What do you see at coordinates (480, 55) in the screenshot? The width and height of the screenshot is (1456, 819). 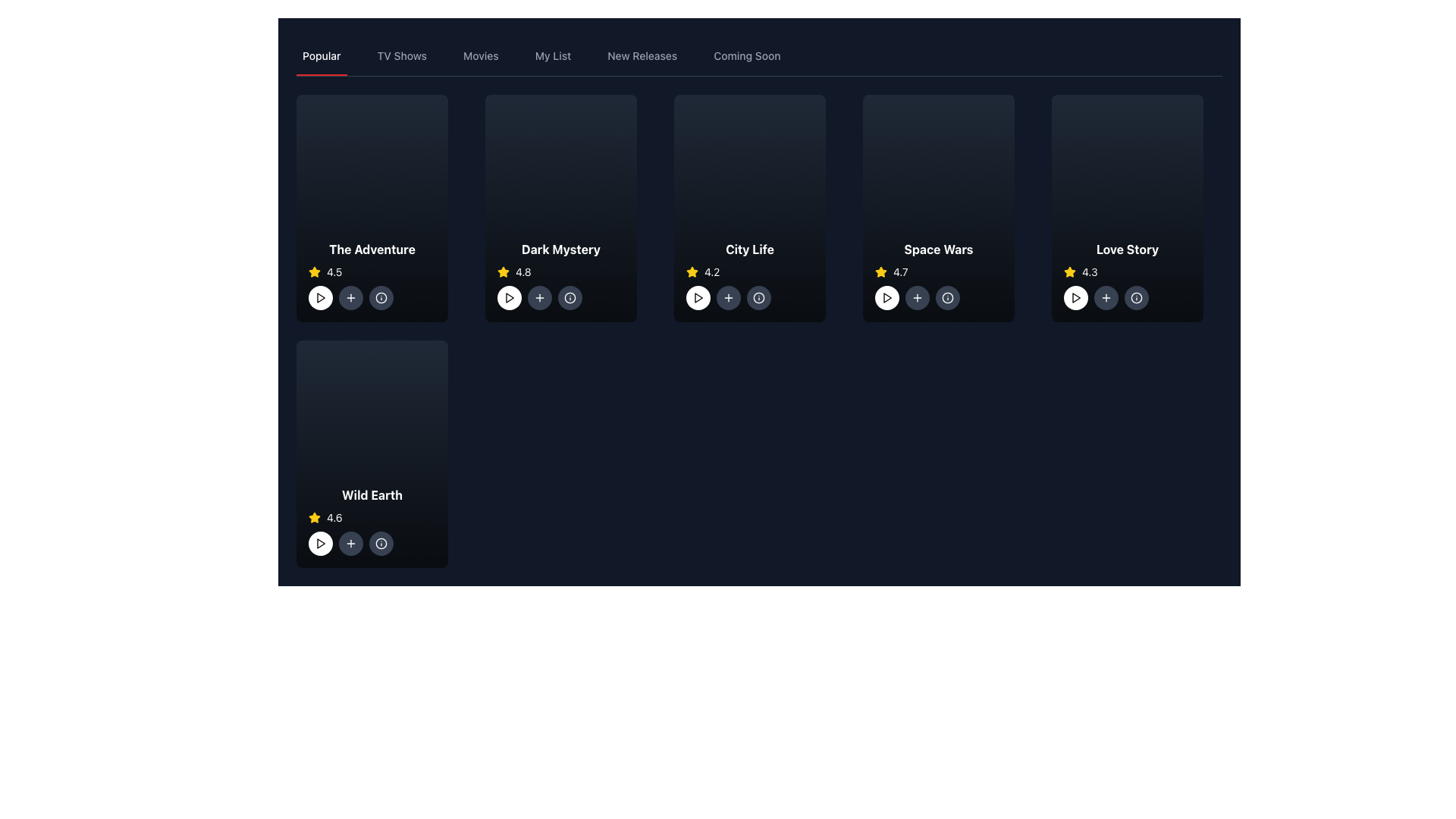 I see `the 'Movies' text link, which is the third item` at bounding box center [480, 55].